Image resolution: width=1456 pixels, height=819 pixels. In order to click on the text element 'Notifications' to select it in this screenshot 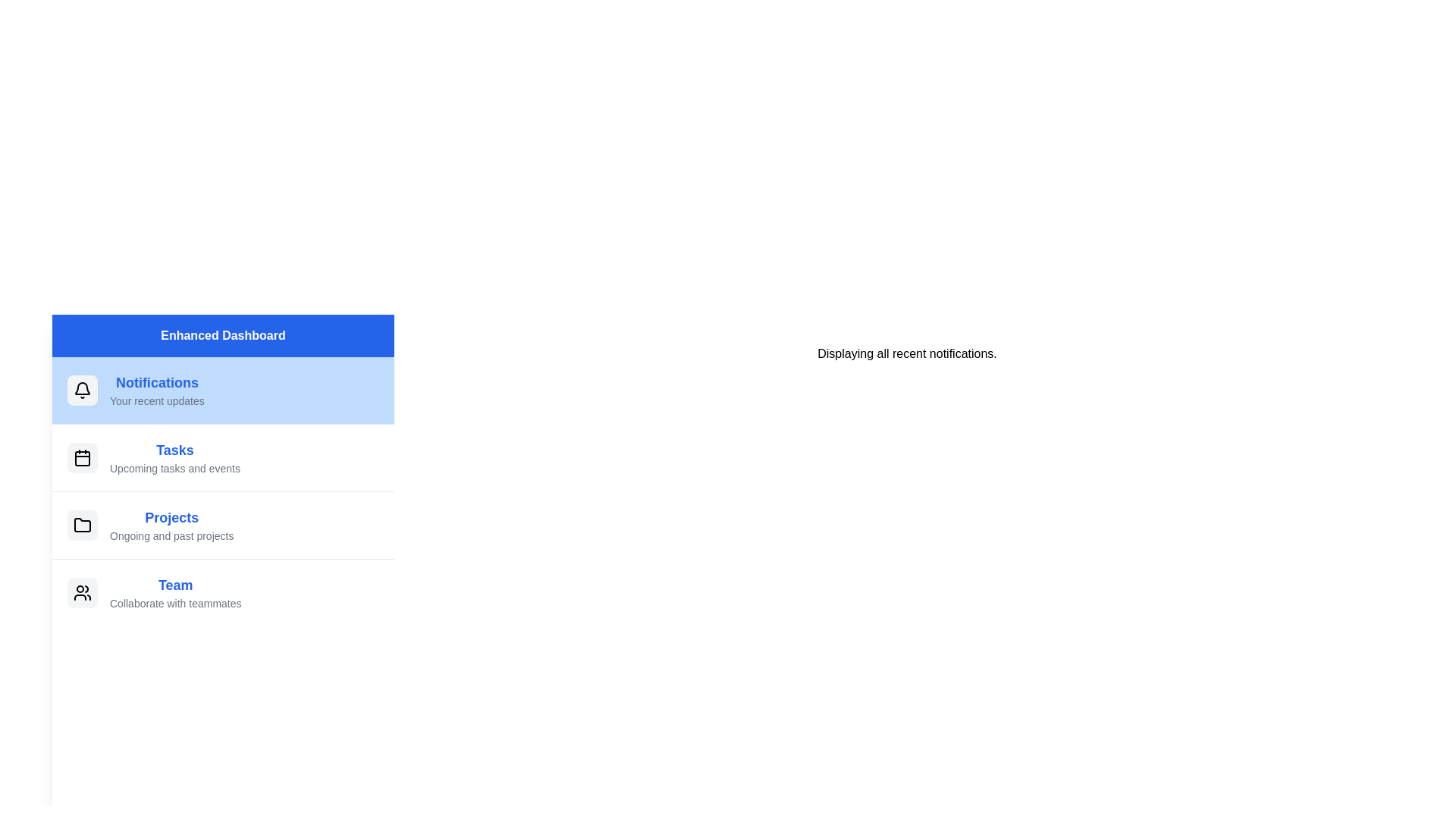, I will do `click(157, 382)`.